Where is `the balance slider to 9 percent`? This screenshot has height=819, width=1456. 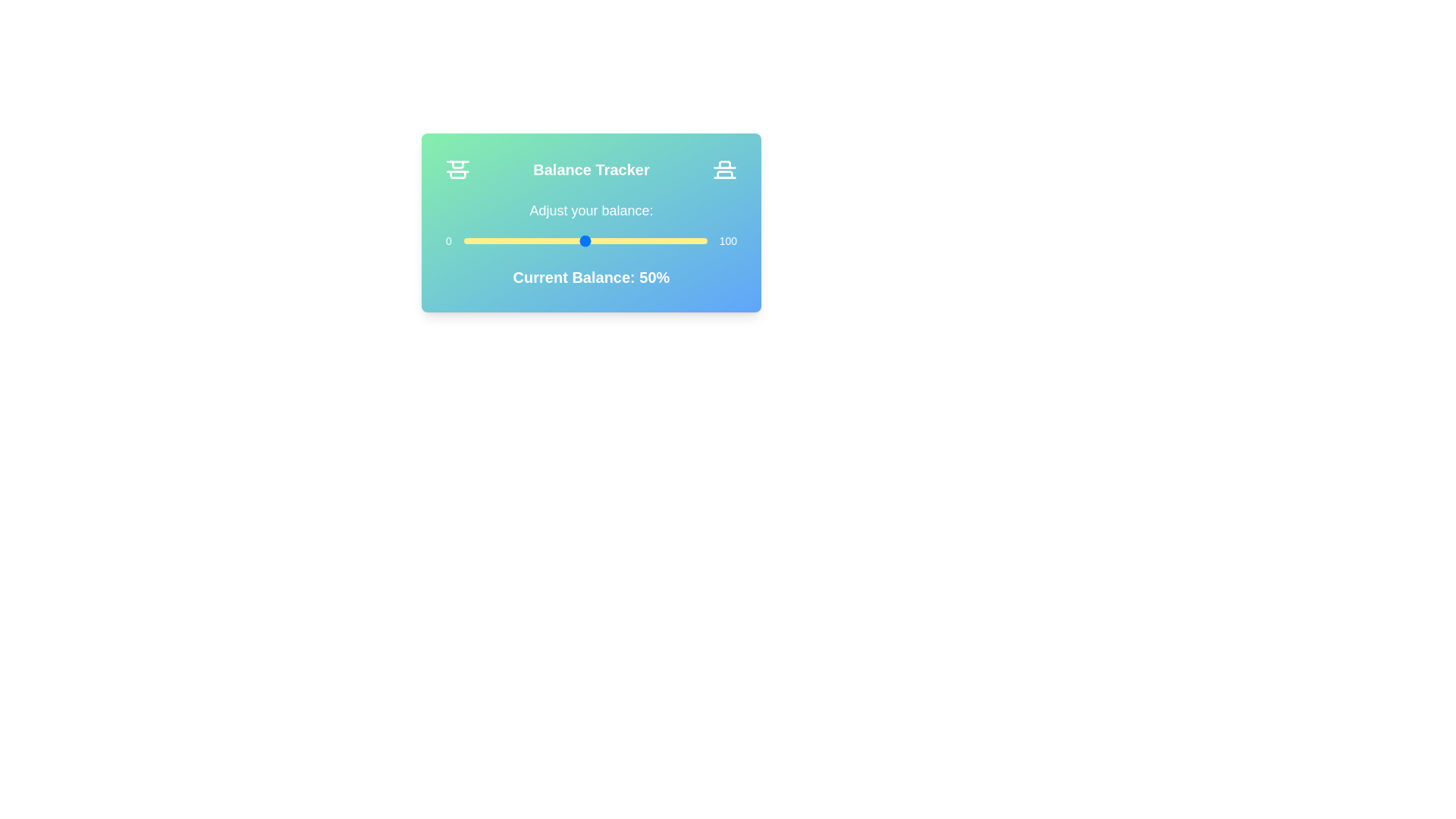 the balance slider to 9 percent is located at coordinates (485, 240).